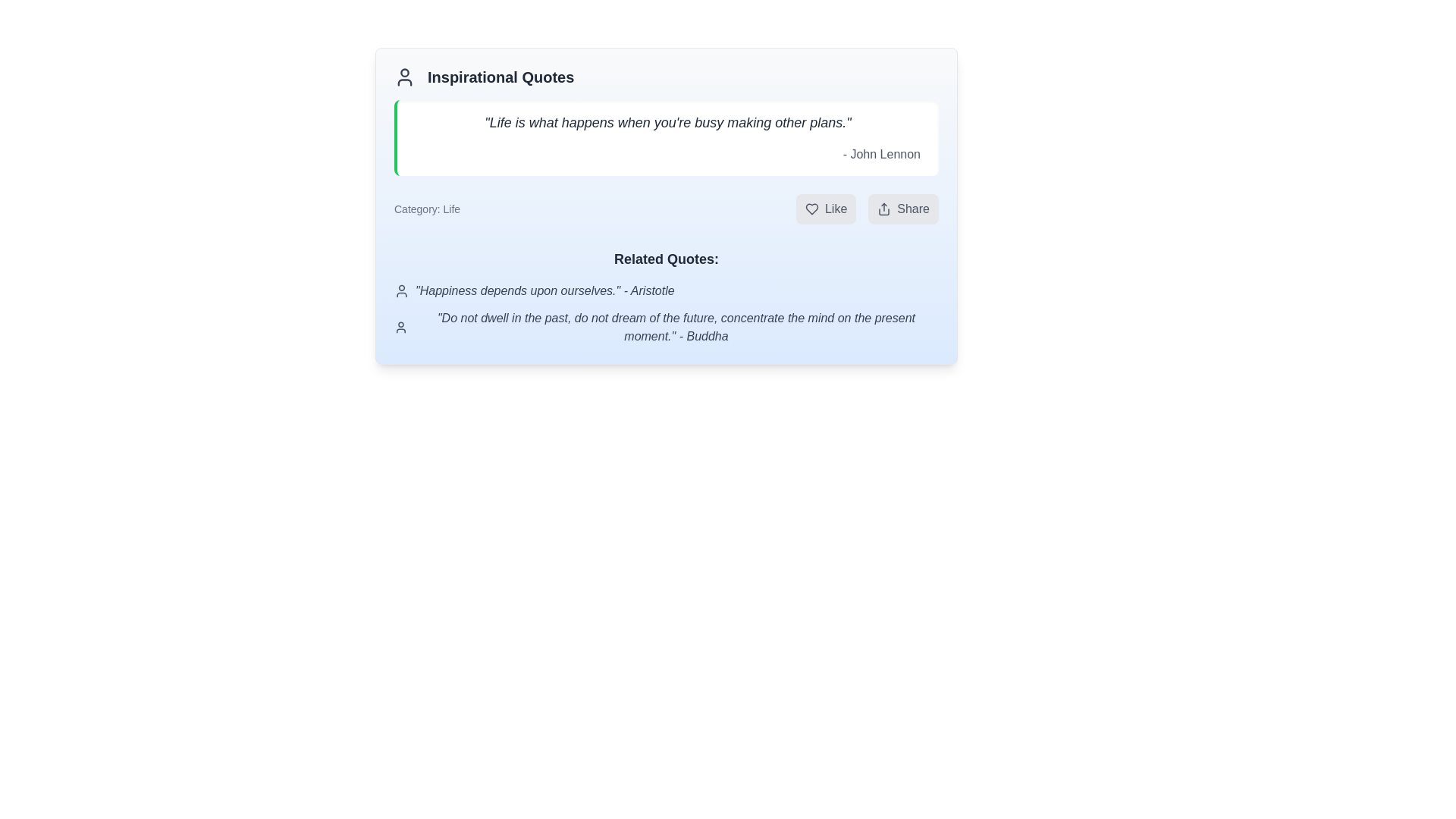  What do you see at coordinates (676, 327) in the screenshot?
I see `the second italicized text label in the 'Related Quotes' section that displays the quote by Buddha: 'Do not dwell in the past, do not dream of the future, concentrate the mind on the present moment.'` at bounding box center [676, 327].